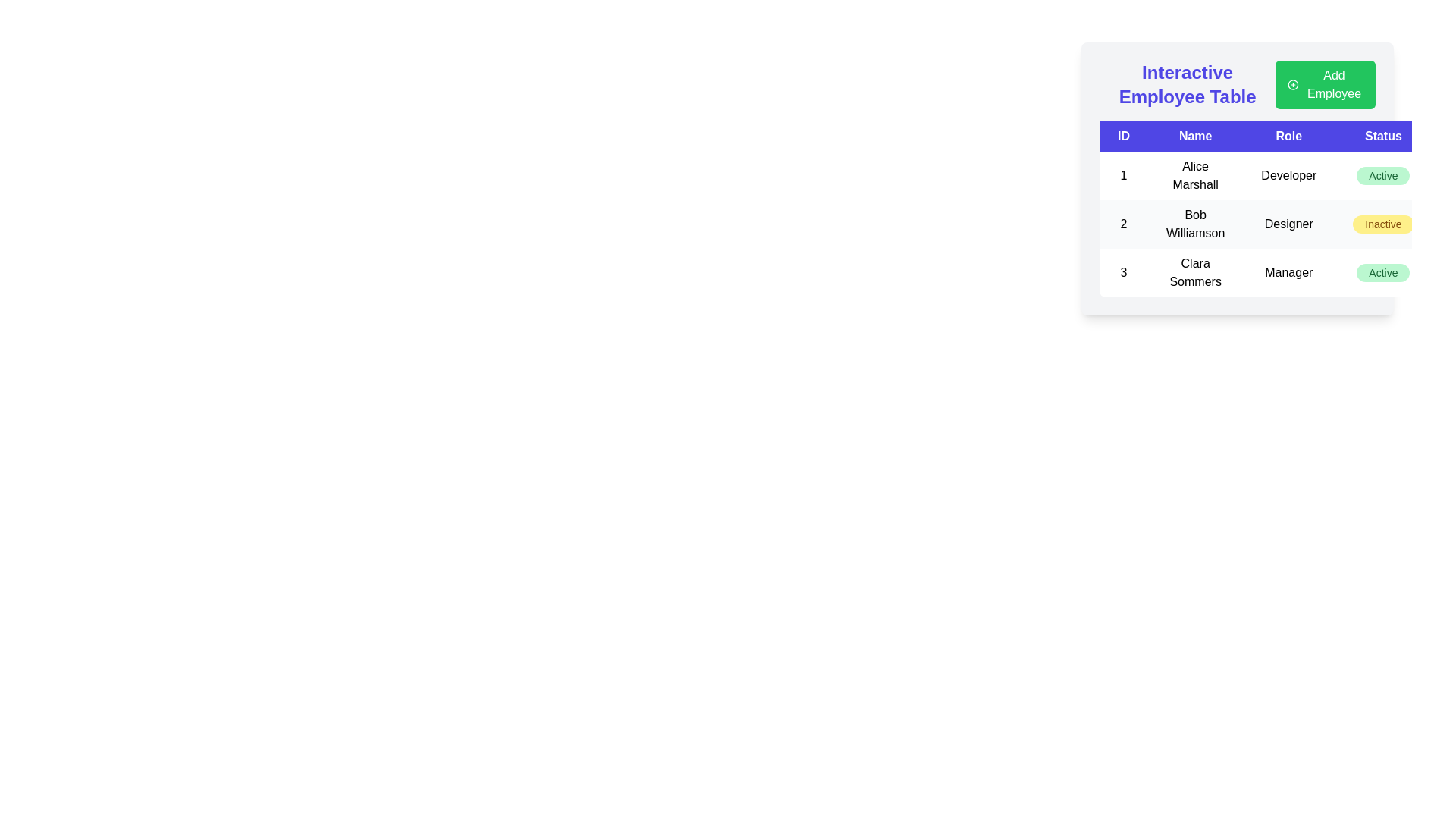 Image resolution: width=1456 pixels, height=819 pixels. What do you see at coordinates (1383, 174) in the screenshot?
I see `the 'Active' status label in the Status column of the first row in the table, which is aligned with 'Alice Marshall' and 'Developer'` at bounding box center [1383, 174].